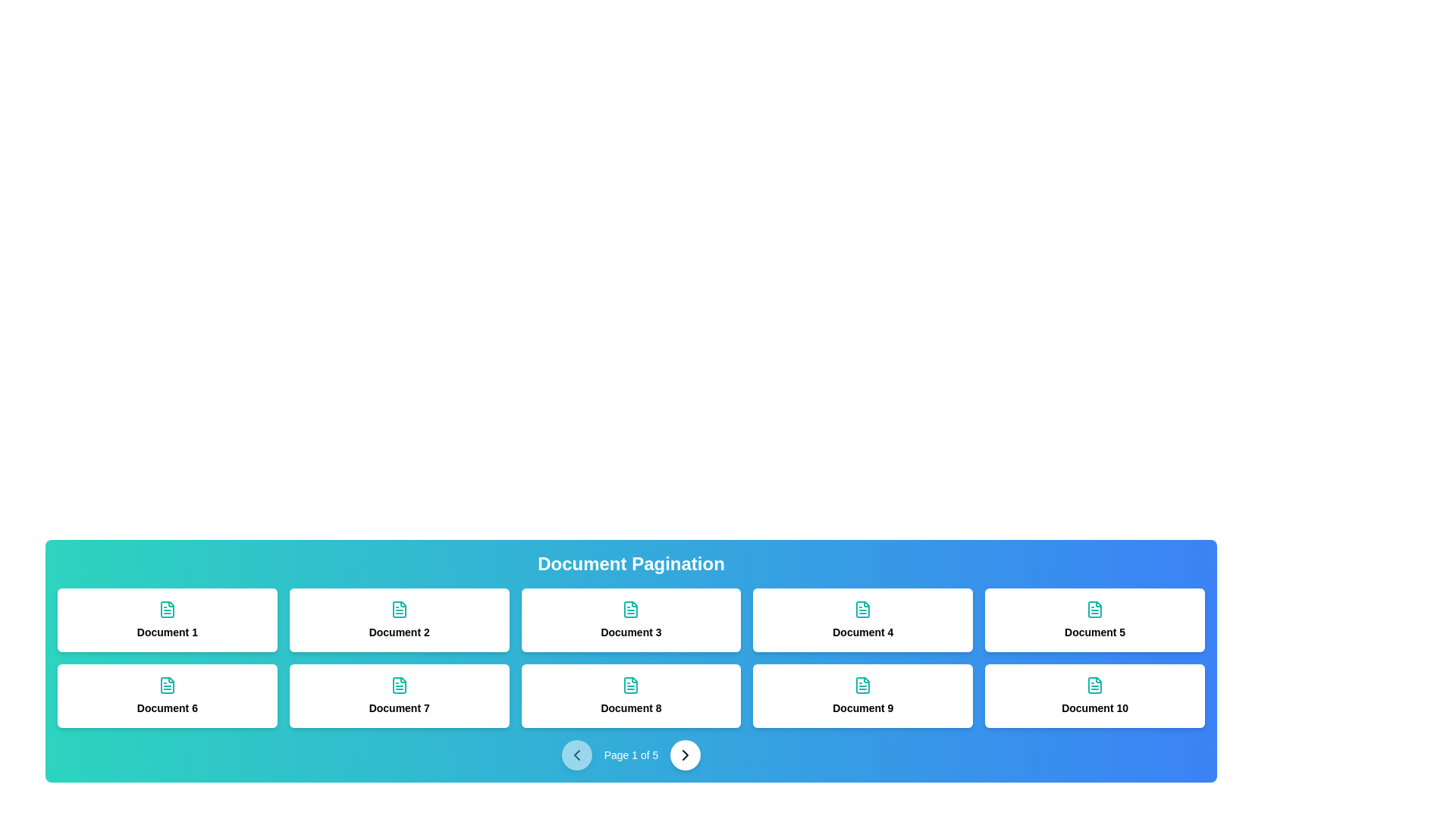 The height and width of the screenshot is (819, 1456). What do you see at coordinates (576, 755) in the screenshot?
I see `the left-facing chevron icon inside the circular button at the bottom-left of the pagination section` at bounding box center [576, 755].